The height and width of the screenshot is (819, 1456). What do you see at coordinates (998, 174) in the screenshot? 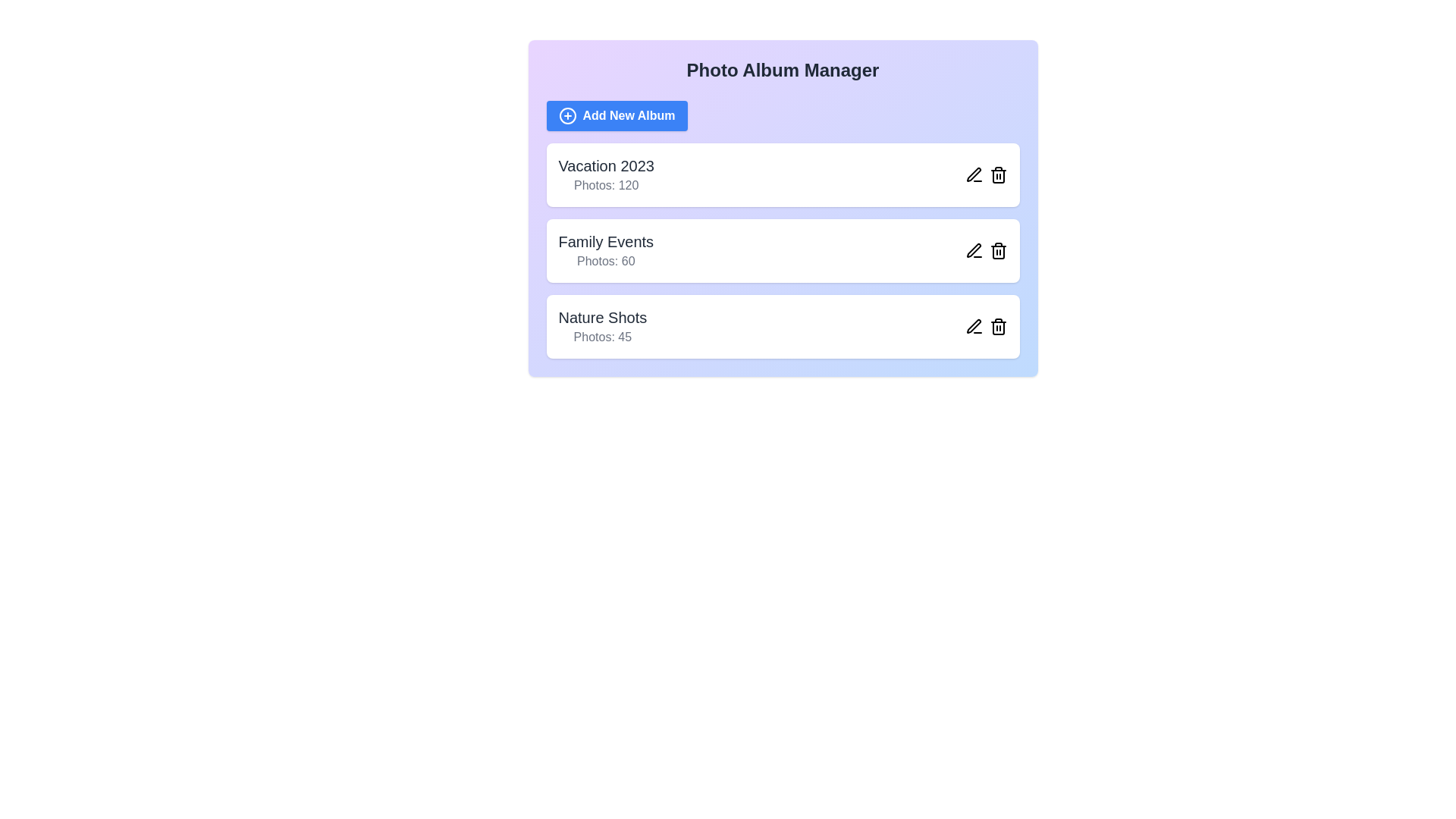
I see `delete button for the album titled Vacation 2023` at bounding box center [998, 174].